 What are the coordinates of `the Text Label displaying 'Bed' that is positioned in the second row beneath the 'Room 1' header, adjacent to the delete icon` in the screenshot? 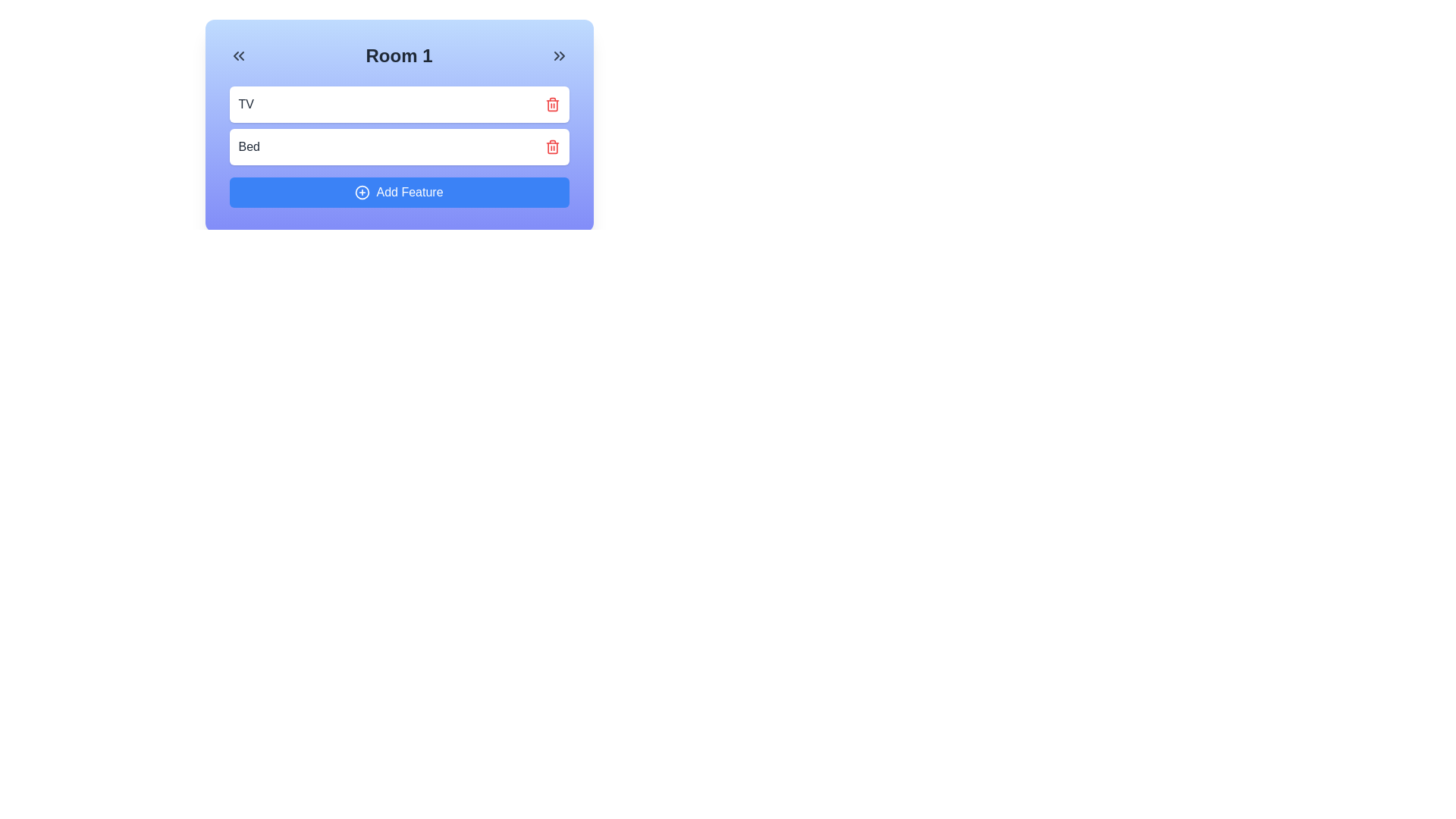 It's located at (249, 146).